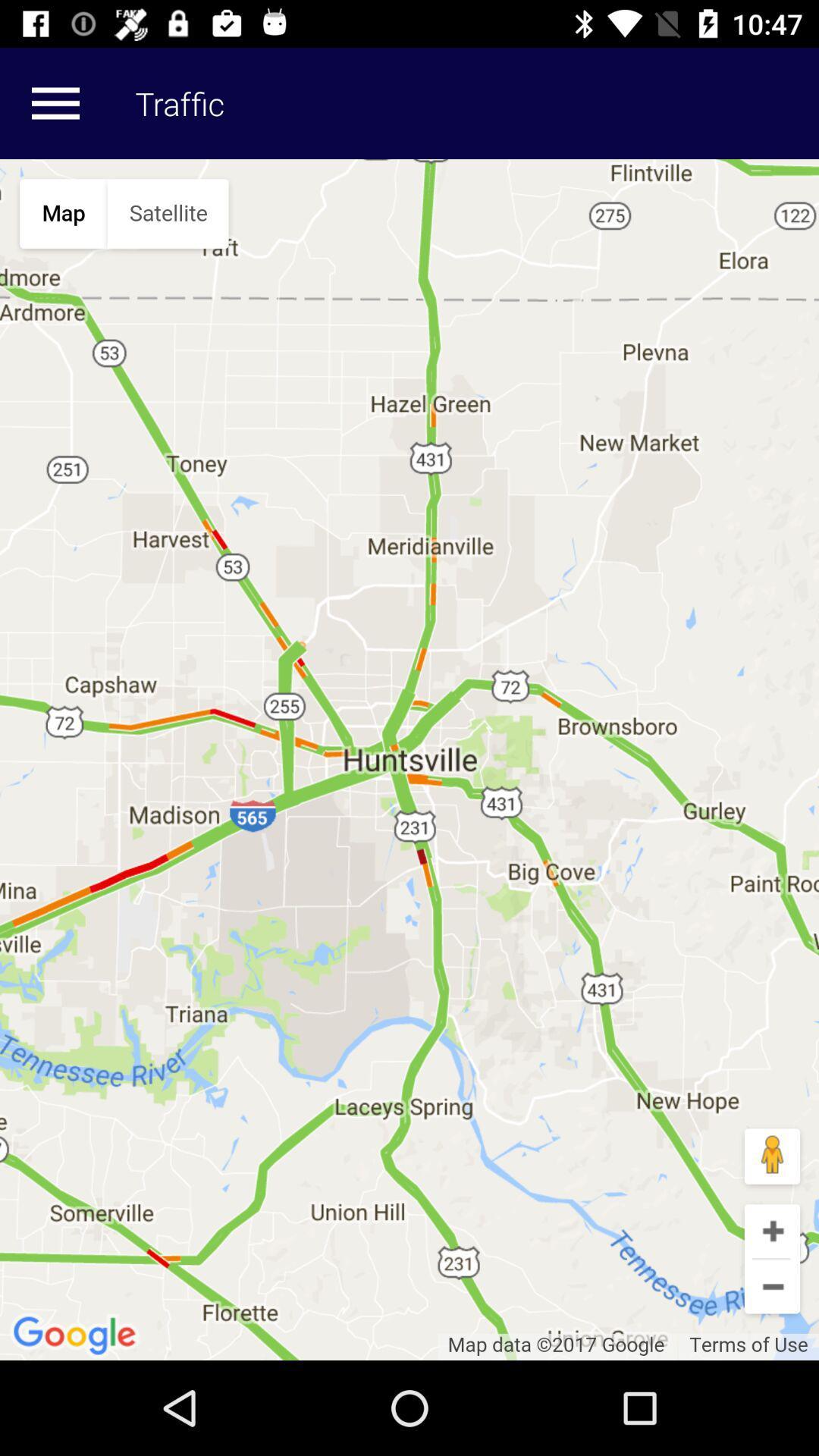 The height and width of the screenshot is (1456, 819). Describe the element at coordinates (55, 102) in the screenshot. I see `the menu icon` at that location.